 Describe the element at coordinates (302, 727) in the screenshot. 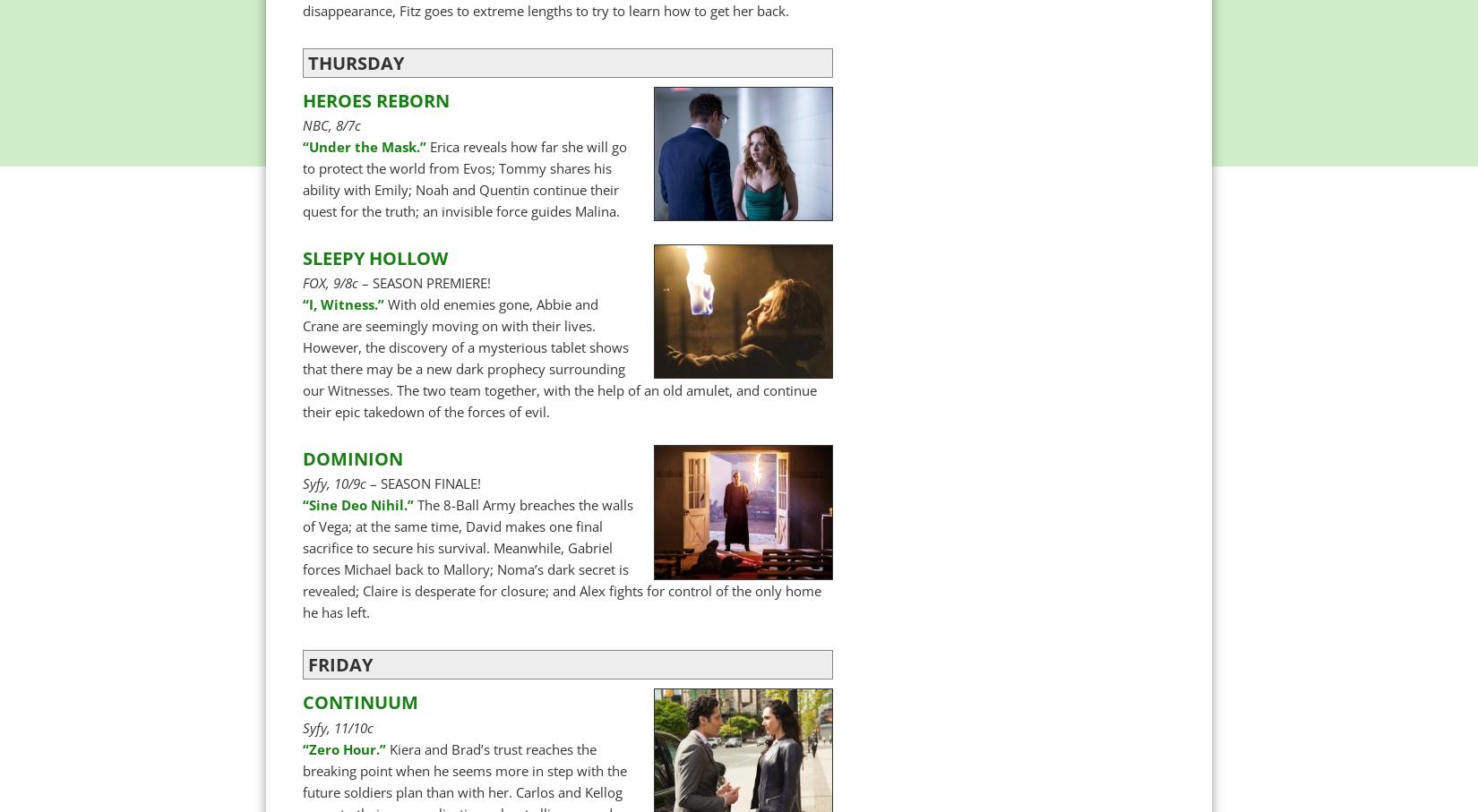

I see `'Syfy, 11/10c'` at that location.